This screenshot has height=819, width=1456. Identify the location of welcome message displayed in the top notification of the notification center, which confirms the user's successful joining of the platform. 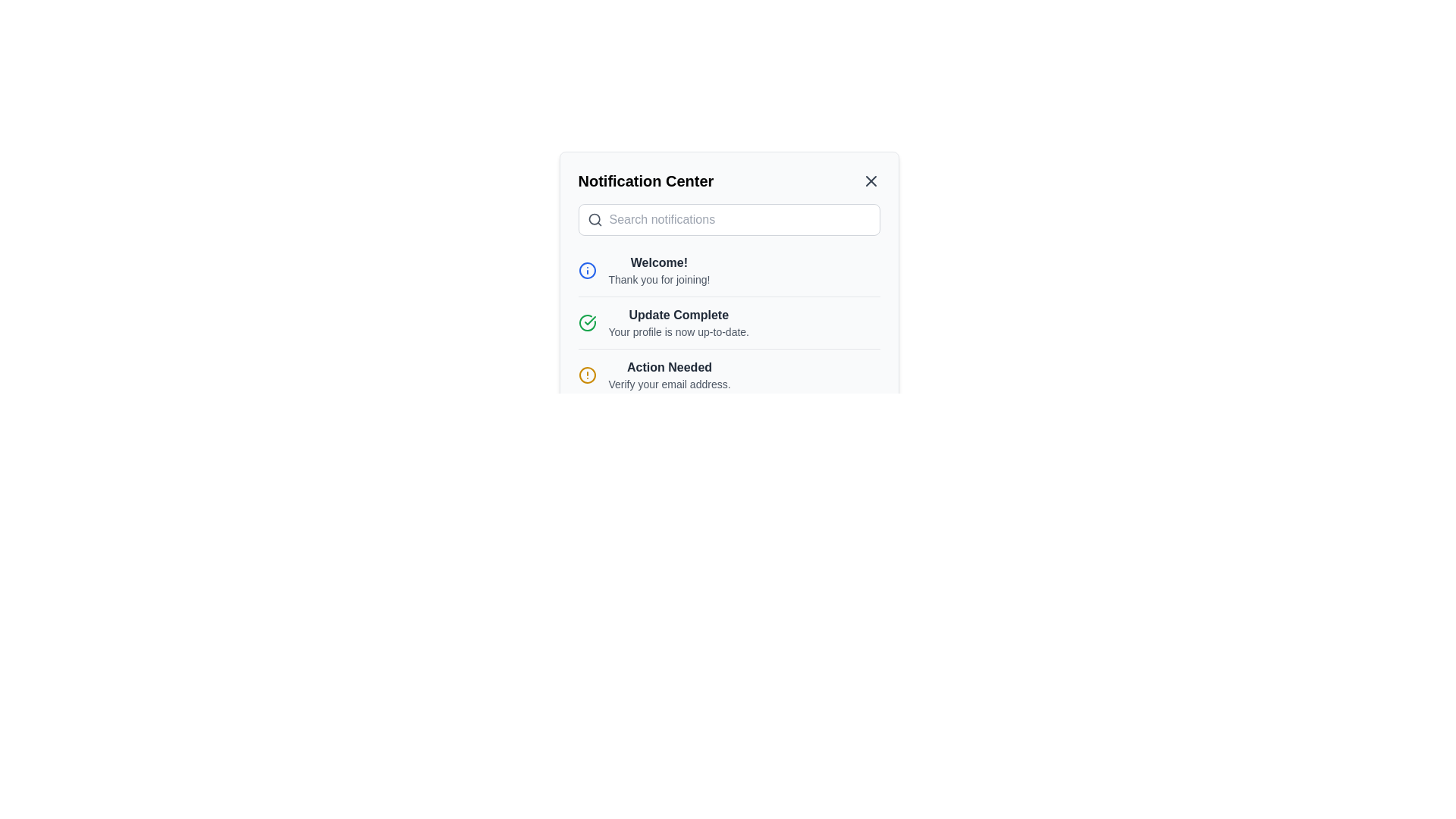
(729, 270).